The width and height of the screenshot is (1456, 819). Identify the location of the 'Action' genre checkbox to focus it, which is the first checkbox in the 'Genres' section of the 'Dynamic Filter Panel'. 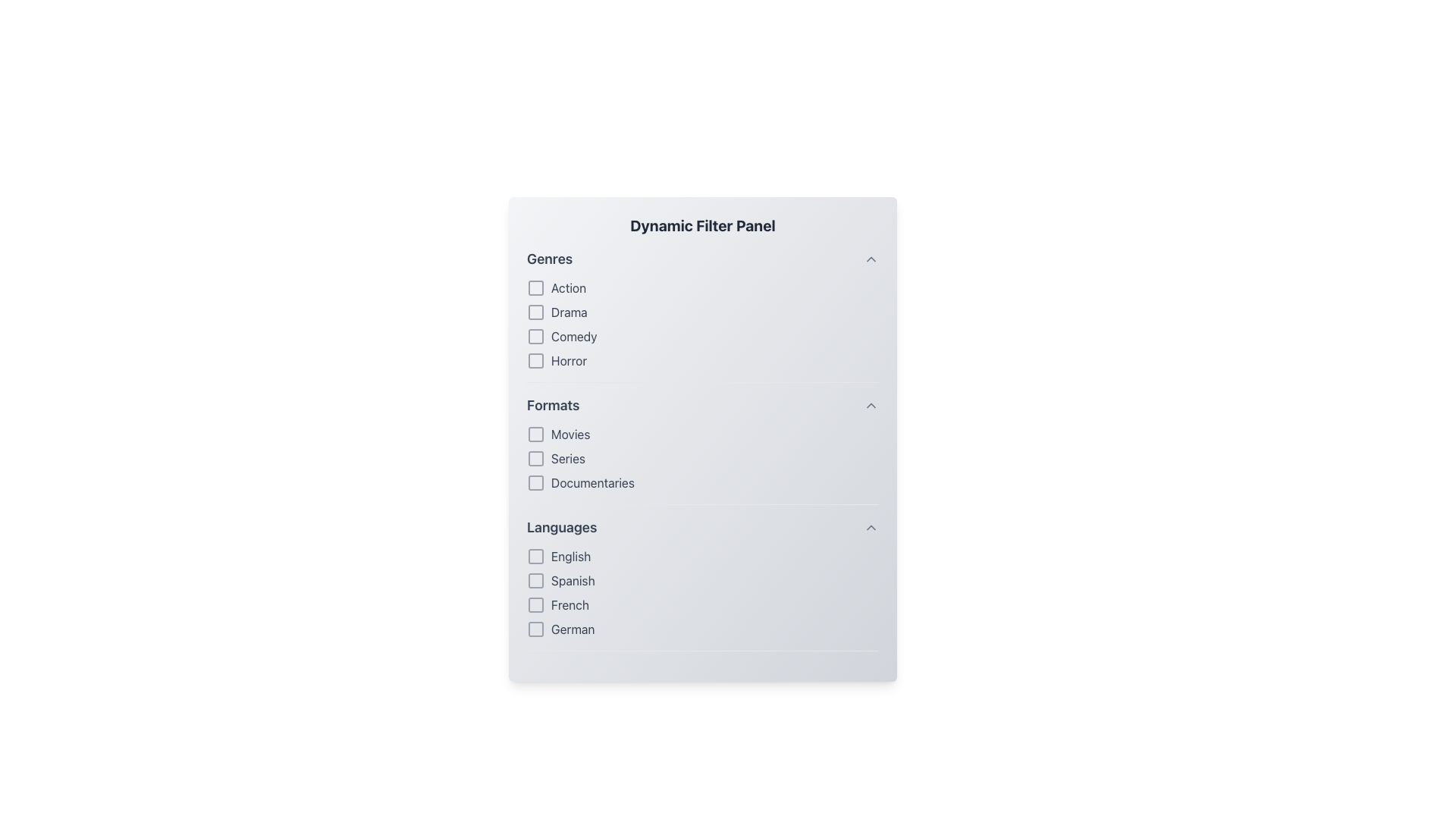
(535, 288).